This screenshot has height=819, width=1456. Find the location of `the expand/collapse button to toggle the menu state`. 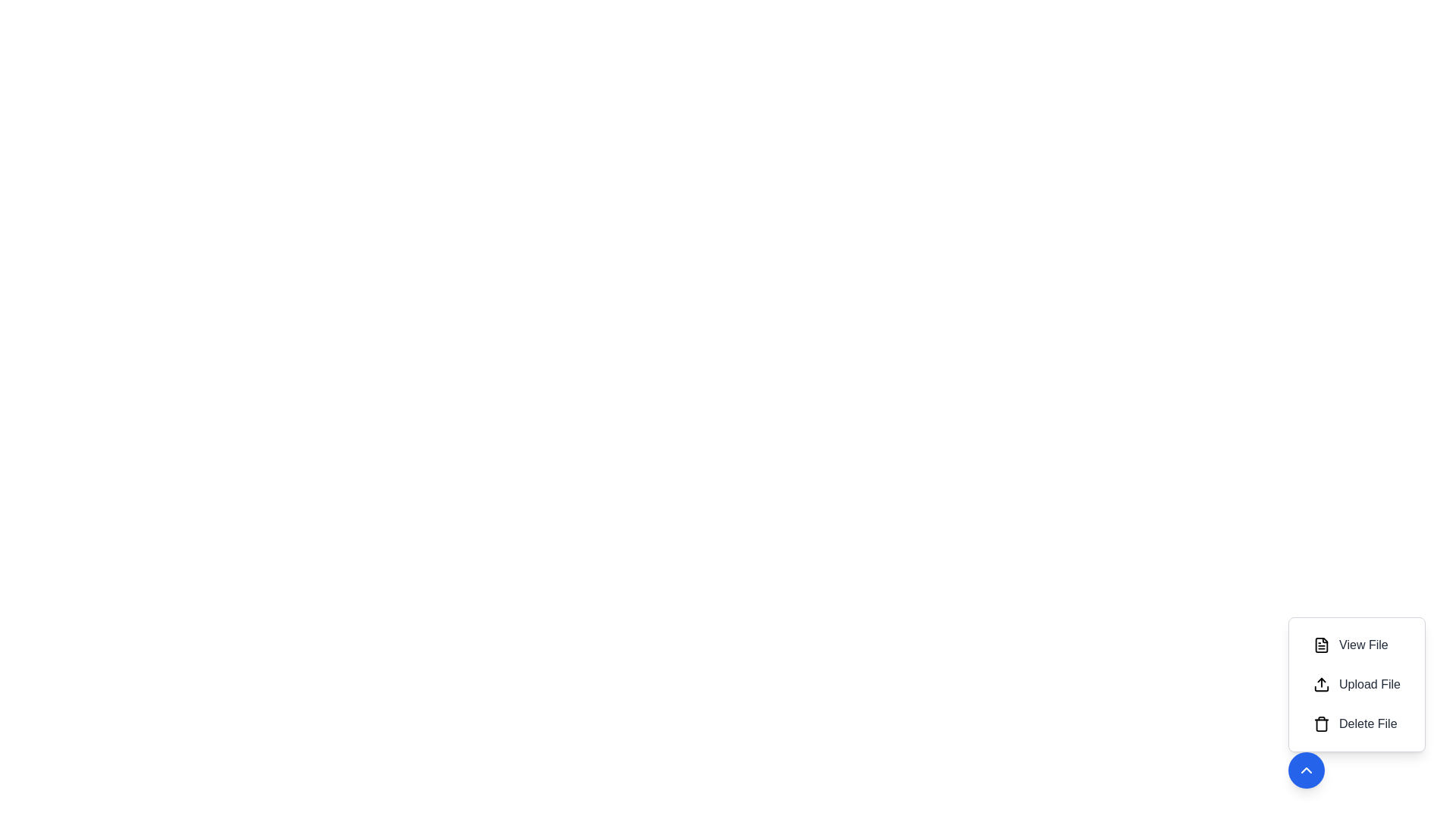

the expand/collapse button to toggle the menu state is located at coordinates (1306, 770).